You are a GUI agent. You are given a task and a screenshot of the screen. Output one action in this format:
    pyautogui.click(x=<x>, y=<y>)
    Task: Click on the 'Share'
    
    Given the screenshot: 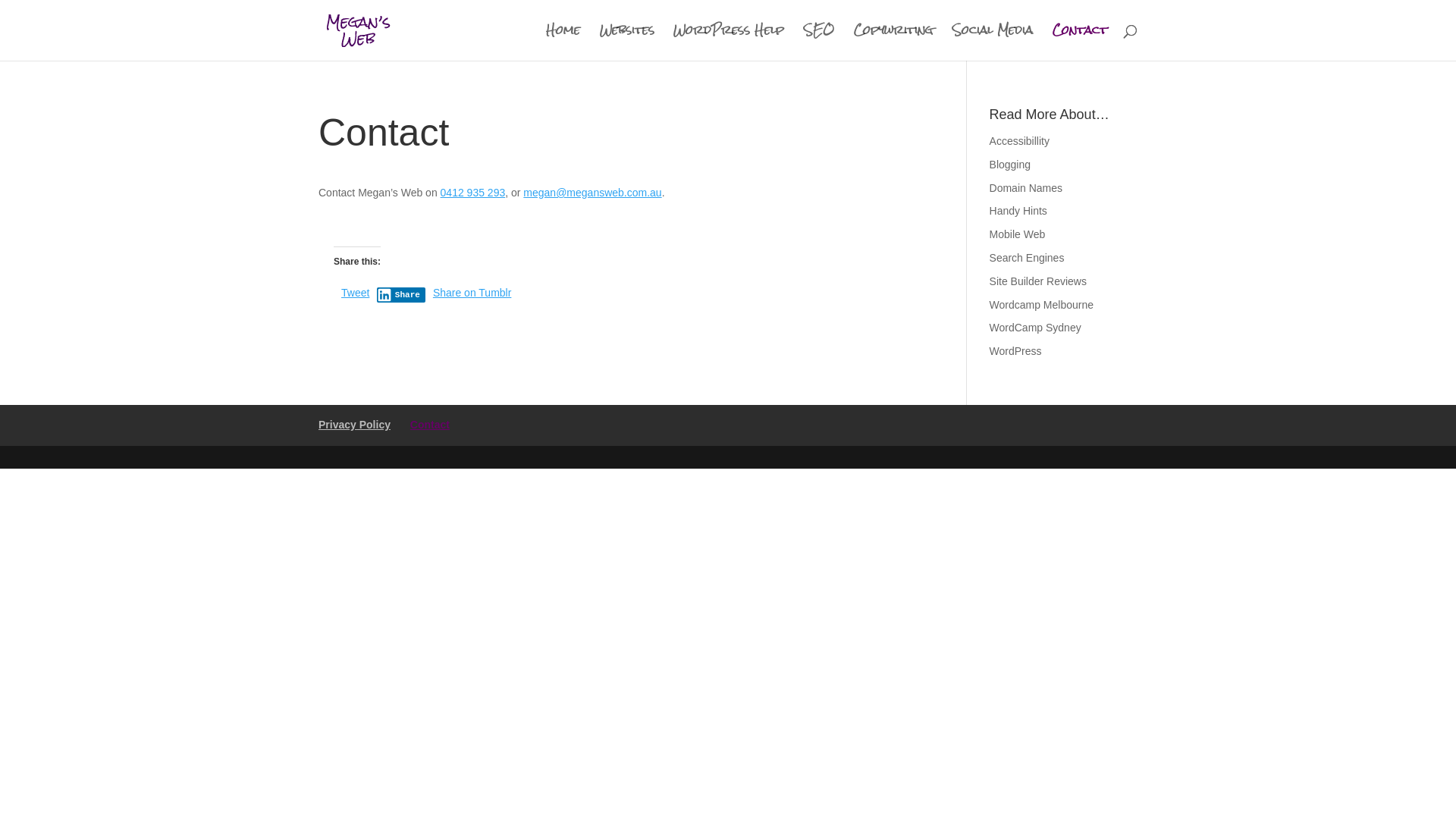 What is the action you would take?
    pyautogui.click(x=377, y=295)
    